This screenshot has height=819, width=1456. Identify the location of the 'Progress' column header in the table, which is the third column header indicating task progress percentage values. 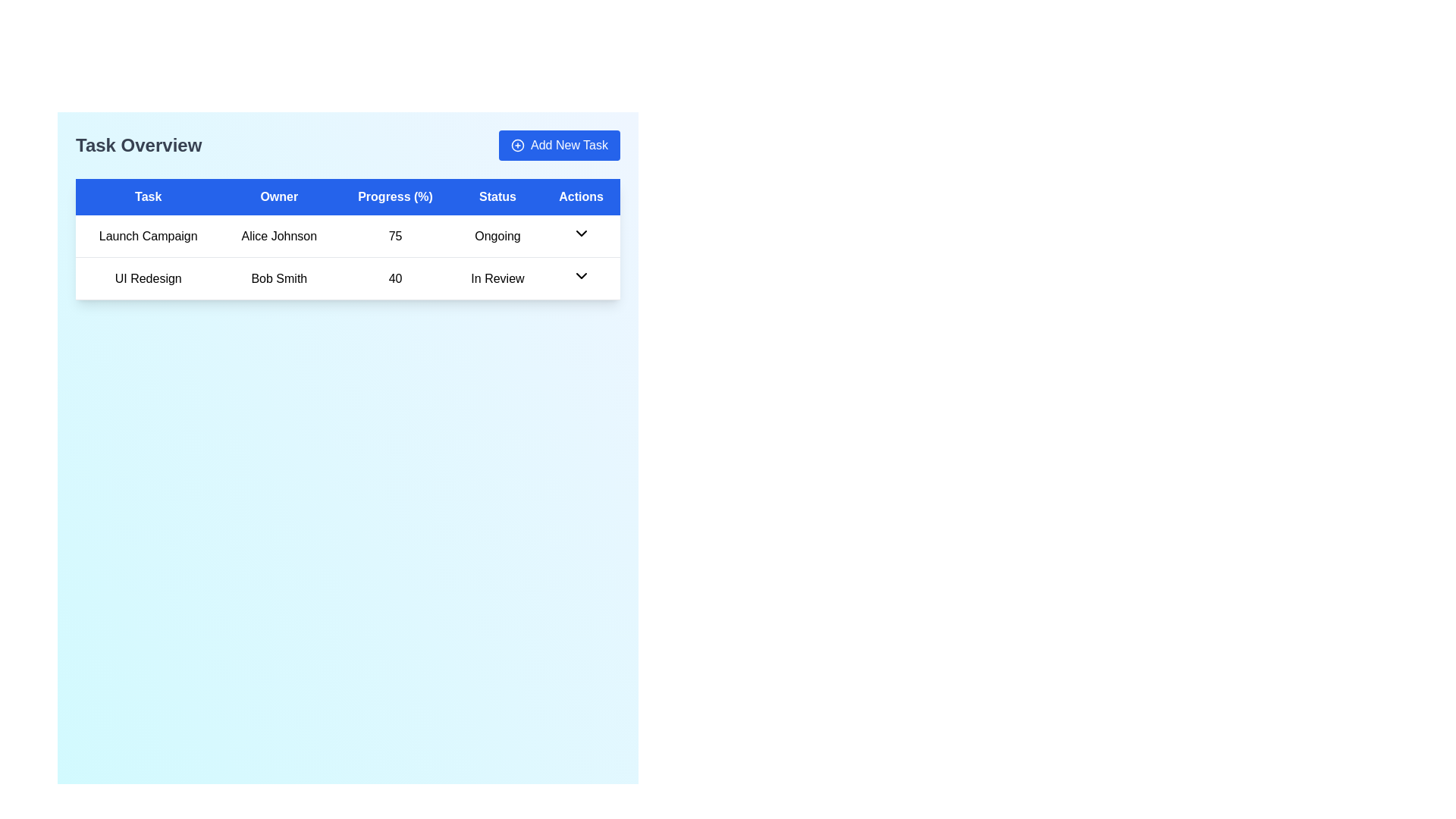
(395, 196).